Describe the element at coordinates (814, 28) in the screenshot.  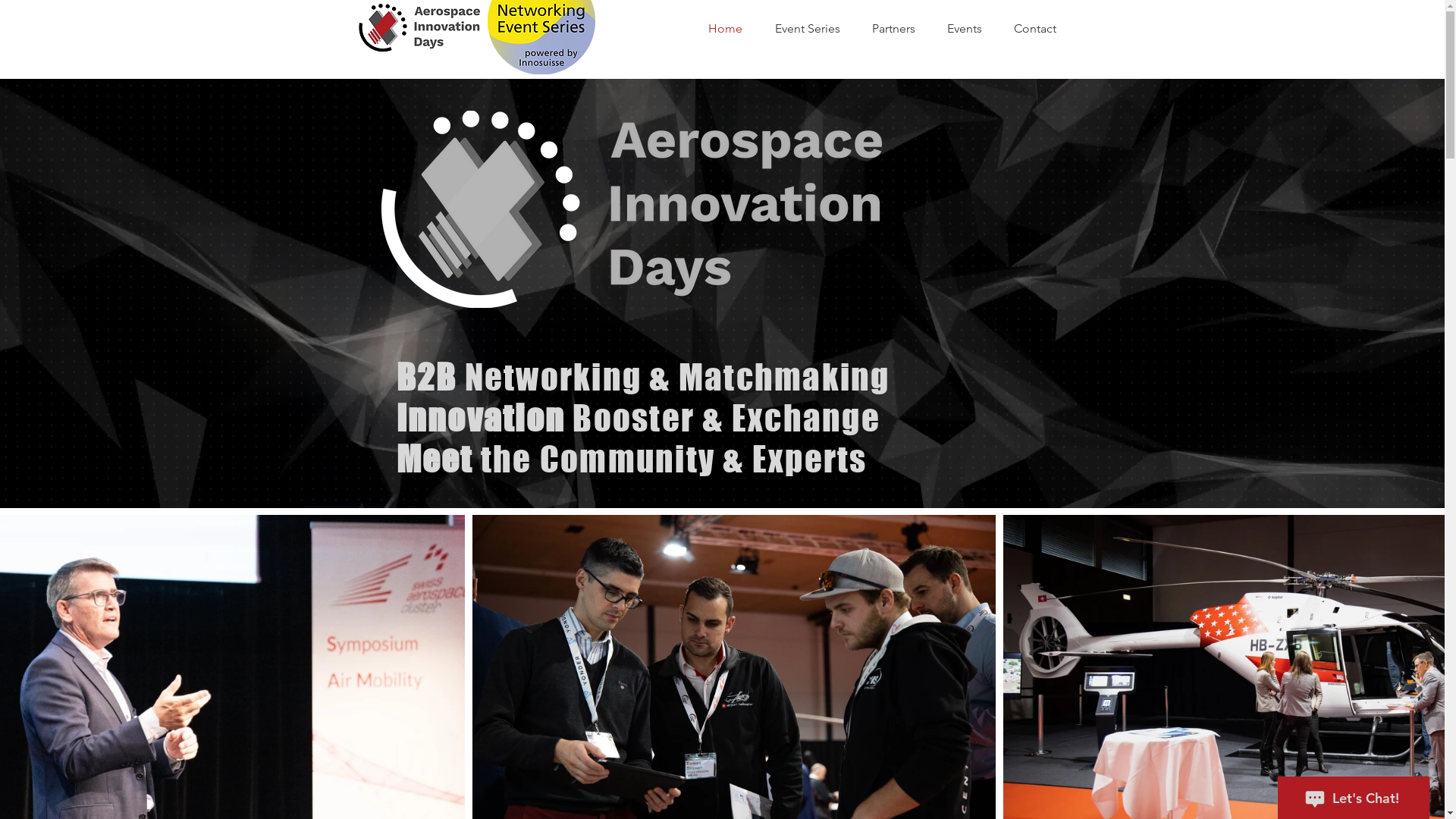
I see `'Event Series'` at that location.